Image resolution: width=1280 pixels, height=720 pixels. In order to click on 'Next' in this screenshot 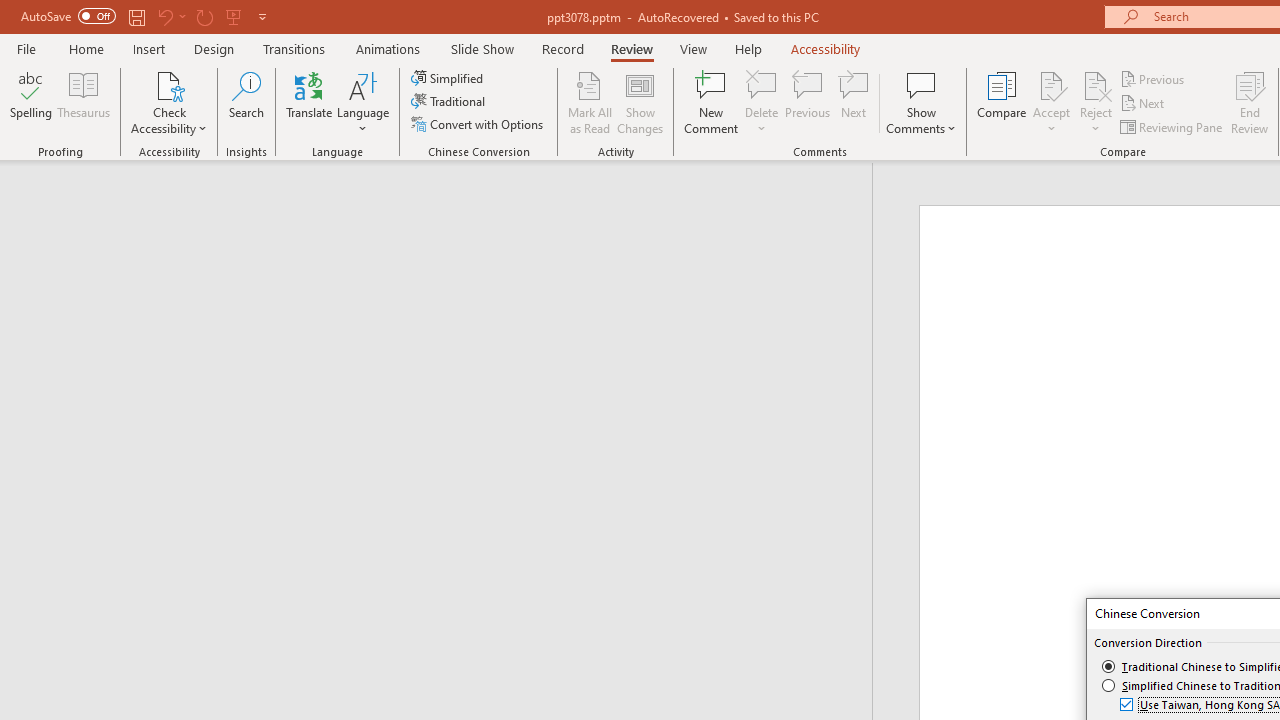, I will do `click(1144, 103)`.